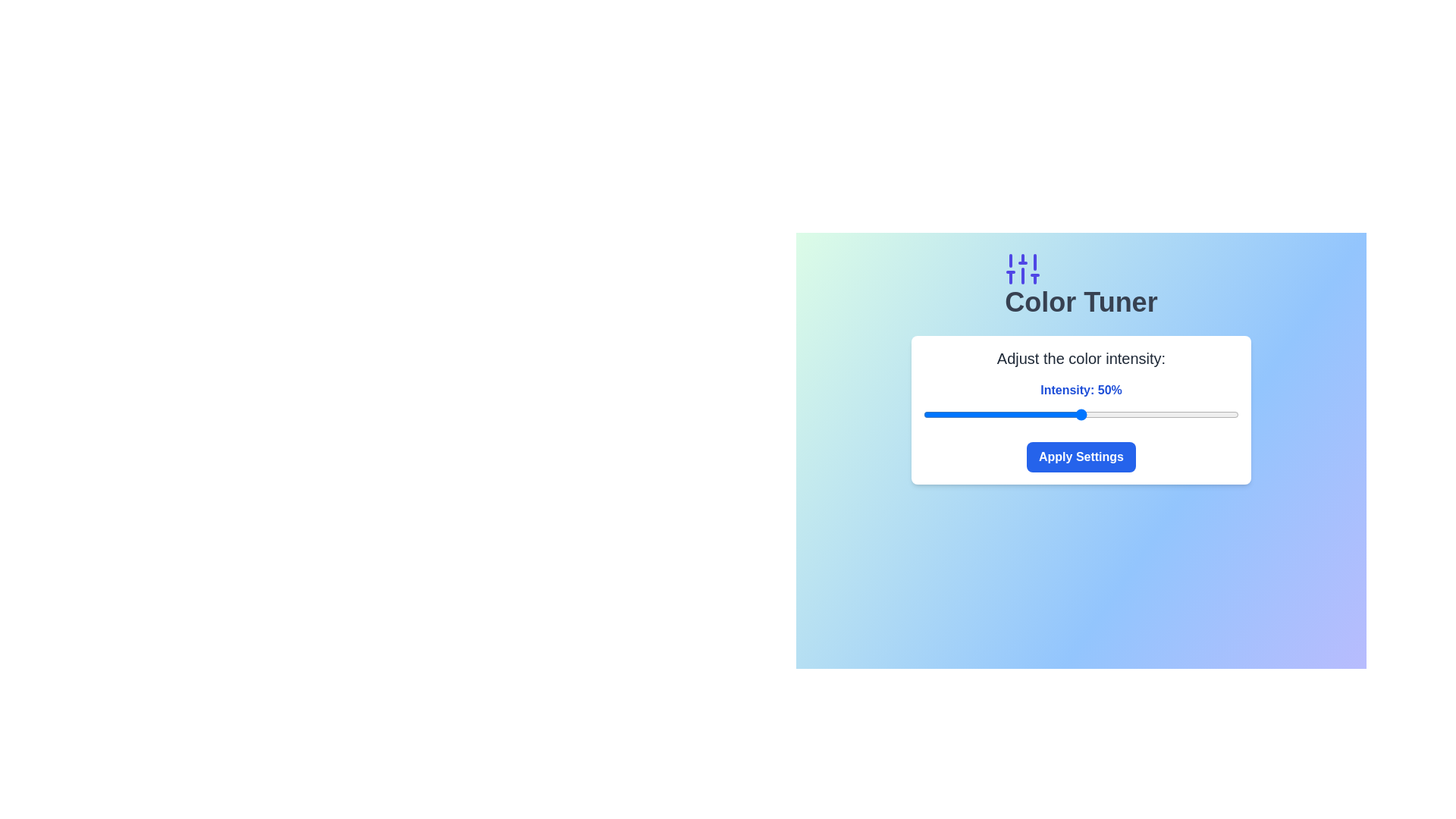  Describe the element at coordinates (1097, 415) in the screenshot. I see `the slider to set the intensity to 55%` at that location.